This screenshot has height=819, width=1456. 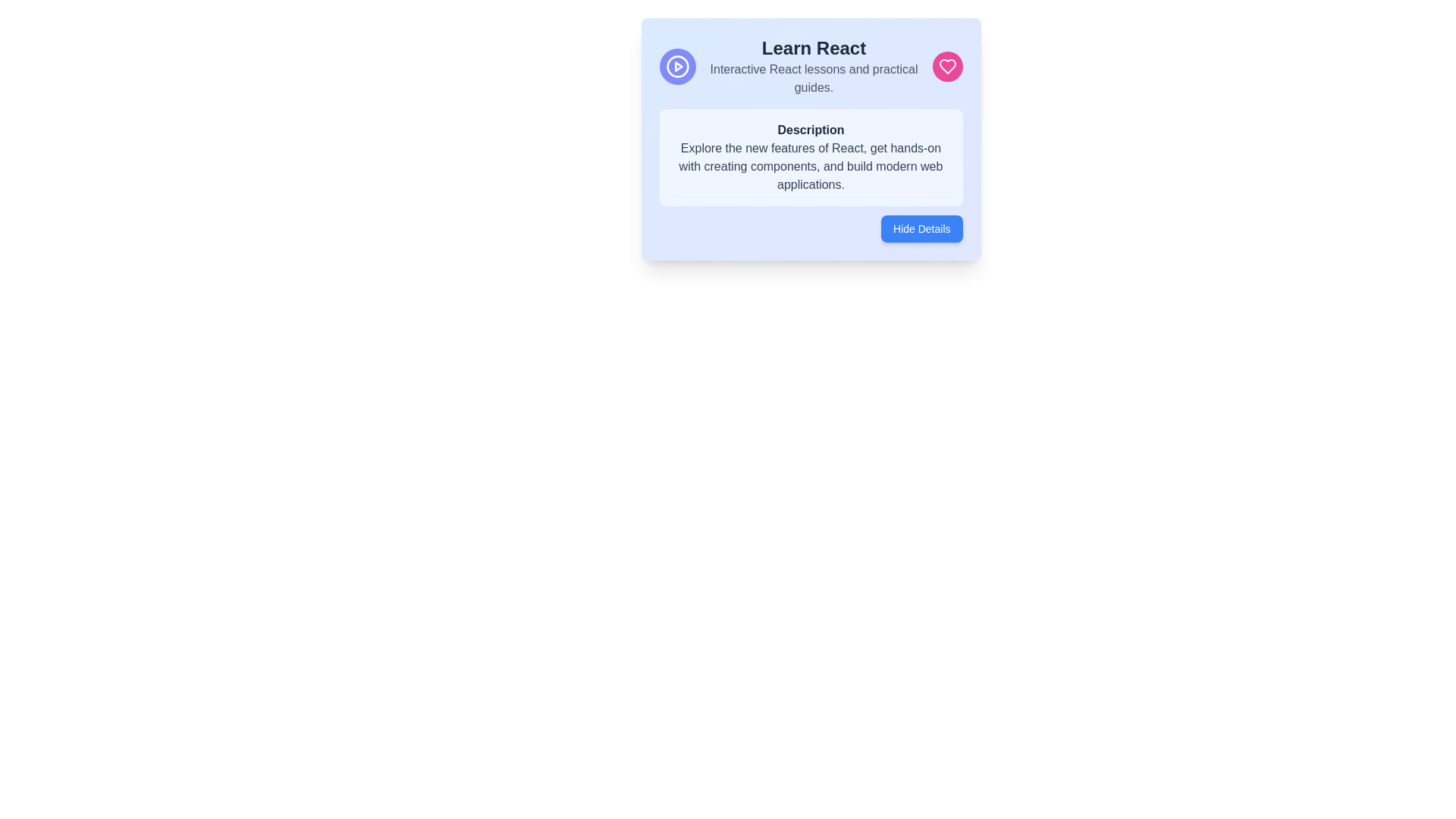 What do you see at coordinates (677, 66) in the screenshot?
I see `the triangular play icon within the circular frame located in the Learn React section` at bounding box center [677, 66].